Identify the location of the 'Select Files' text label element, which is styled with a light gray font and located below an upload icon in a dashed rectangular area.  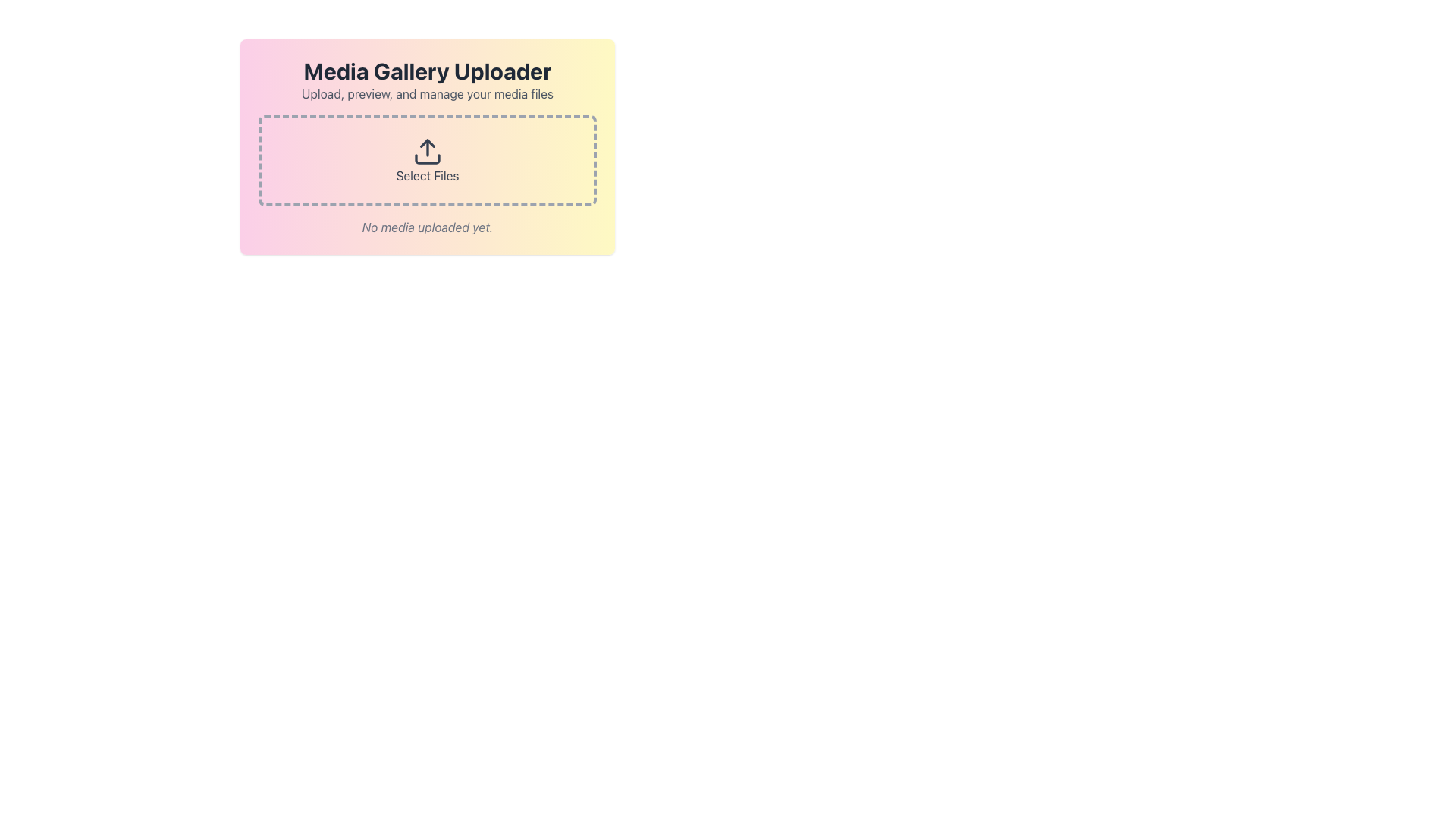
(427, 174).